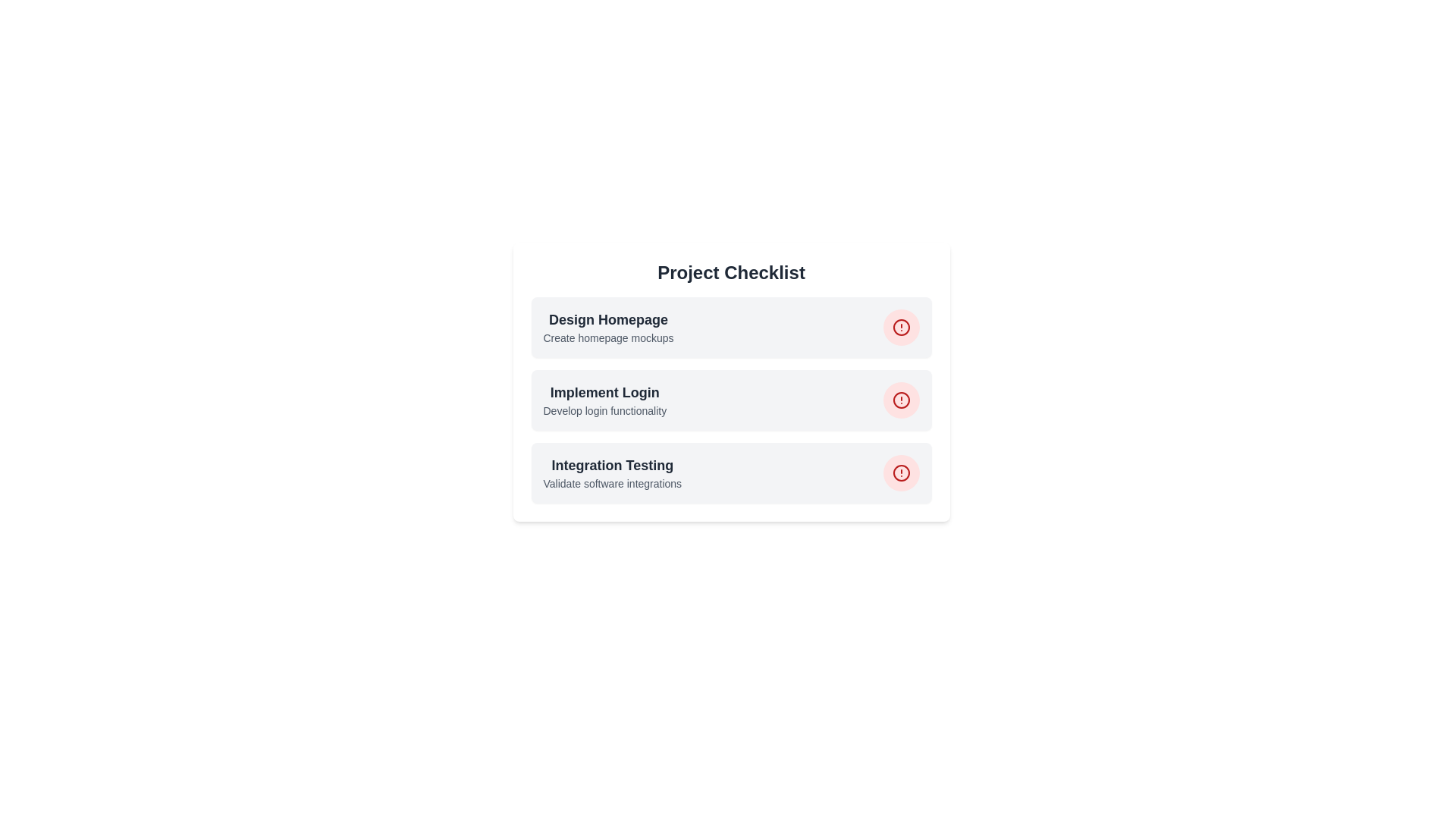 This screenshot has width=1456, height=819. I want to click on the header text element that reads 'Design Homepage', which is styled prominently in bold and larger-sized text, located at the top of the first card in a vertical list of cards, so click(608, 318).